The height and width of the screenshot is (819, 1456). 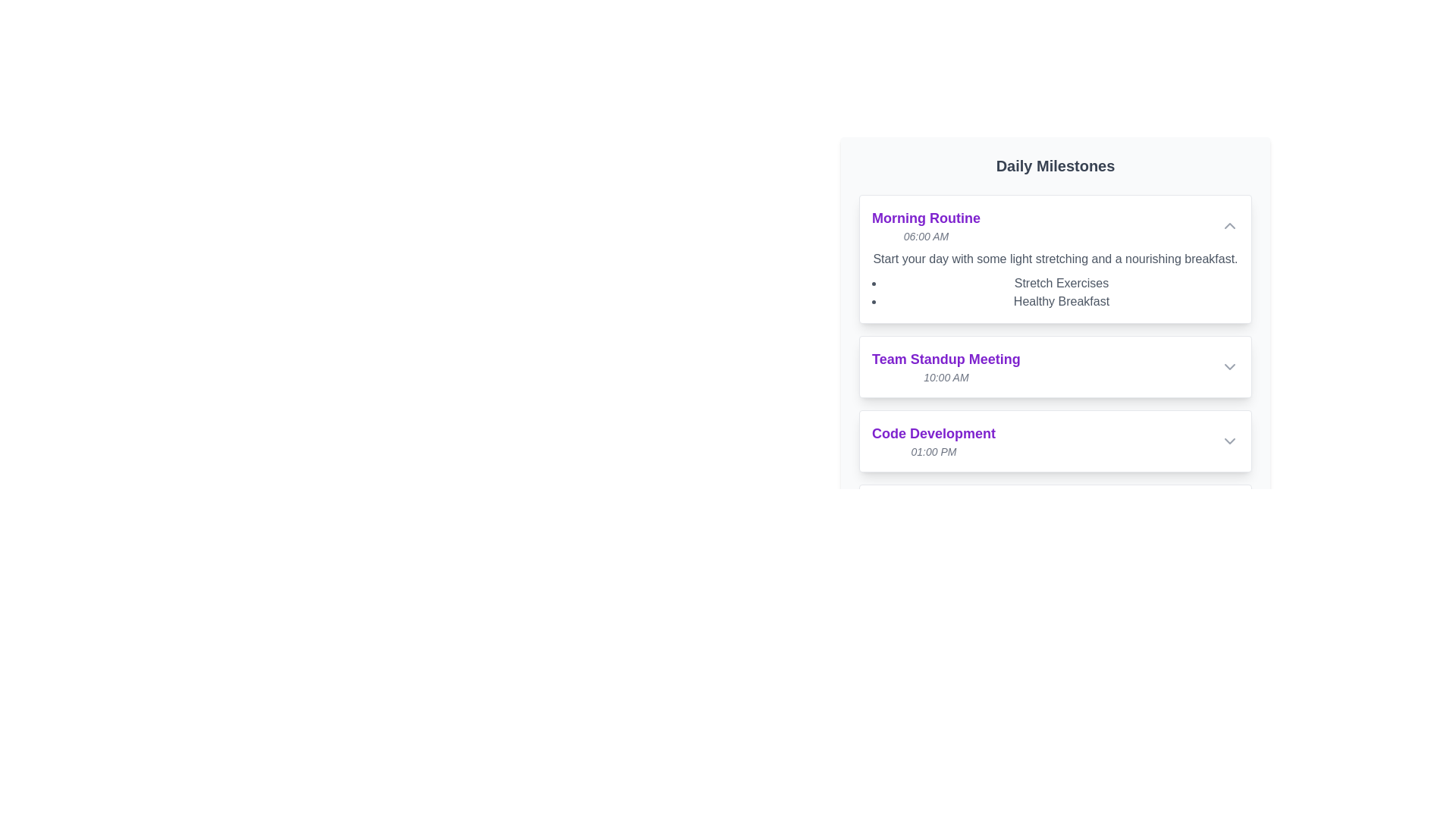 What do you see at coordinates (925, 225) in the screenshot?
I see `text content of the title 'Morning Routine' and subtitle '06:00 AM' from the top-left Text element in the 'Daily Milestones' section` at bounding box center [925, 225].